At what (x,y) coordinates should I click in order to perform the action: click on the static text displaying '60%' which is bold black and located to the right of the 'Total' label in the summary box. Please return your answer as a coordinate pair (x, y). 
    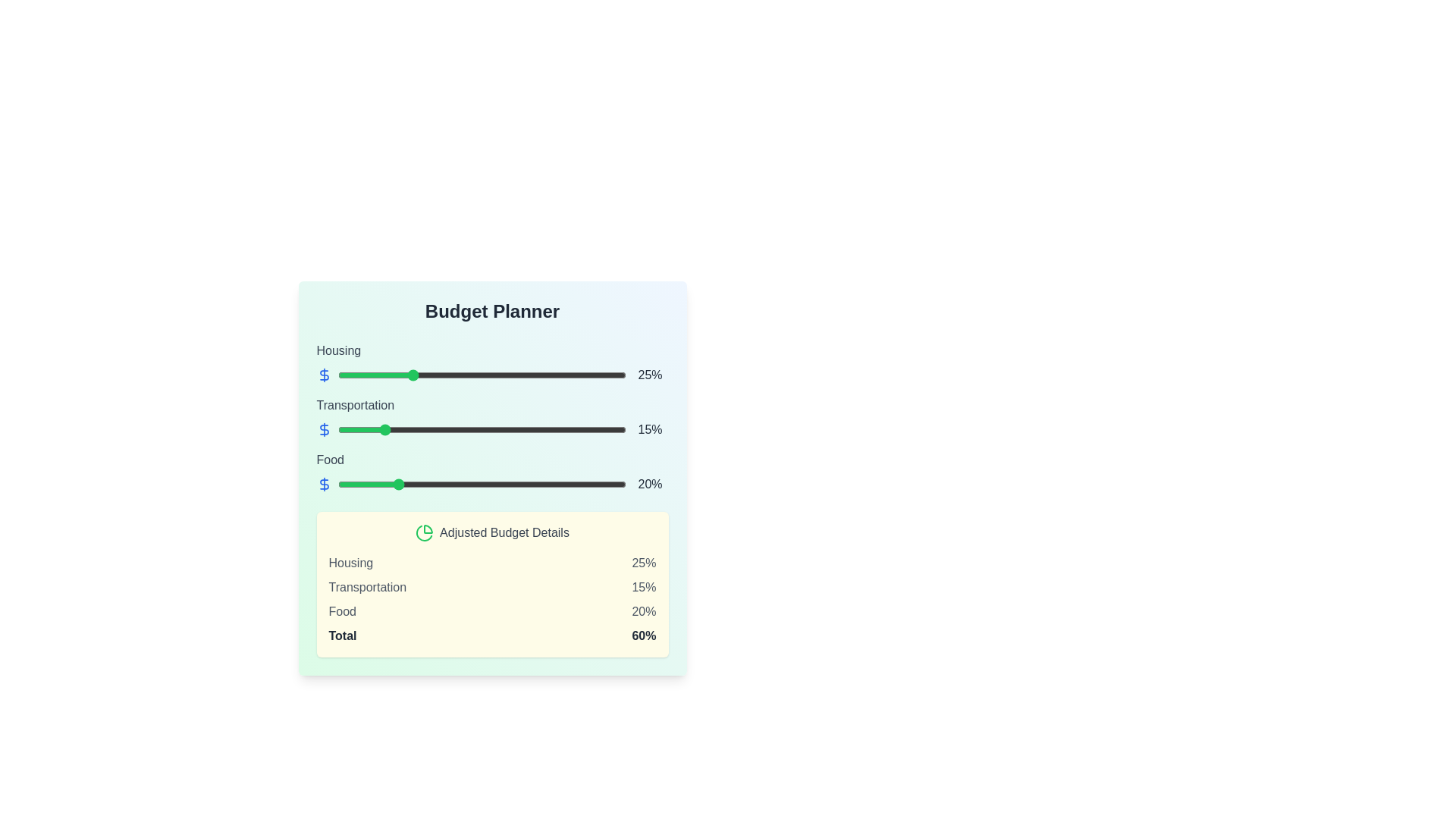
    Looking at the image, I should click on (644, 636).